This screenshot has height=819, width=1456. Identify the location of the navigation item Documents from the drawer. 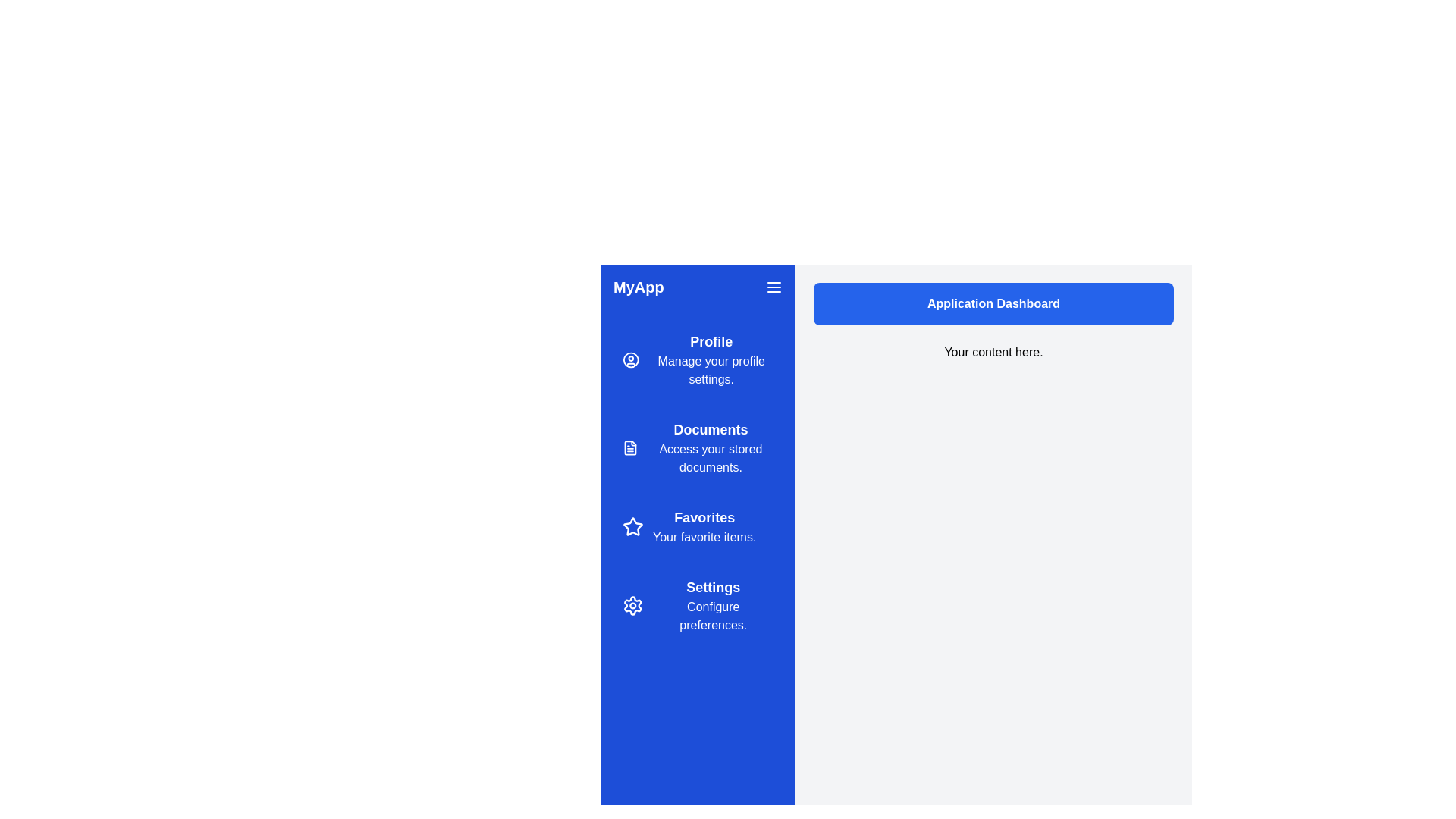
(698, 447).